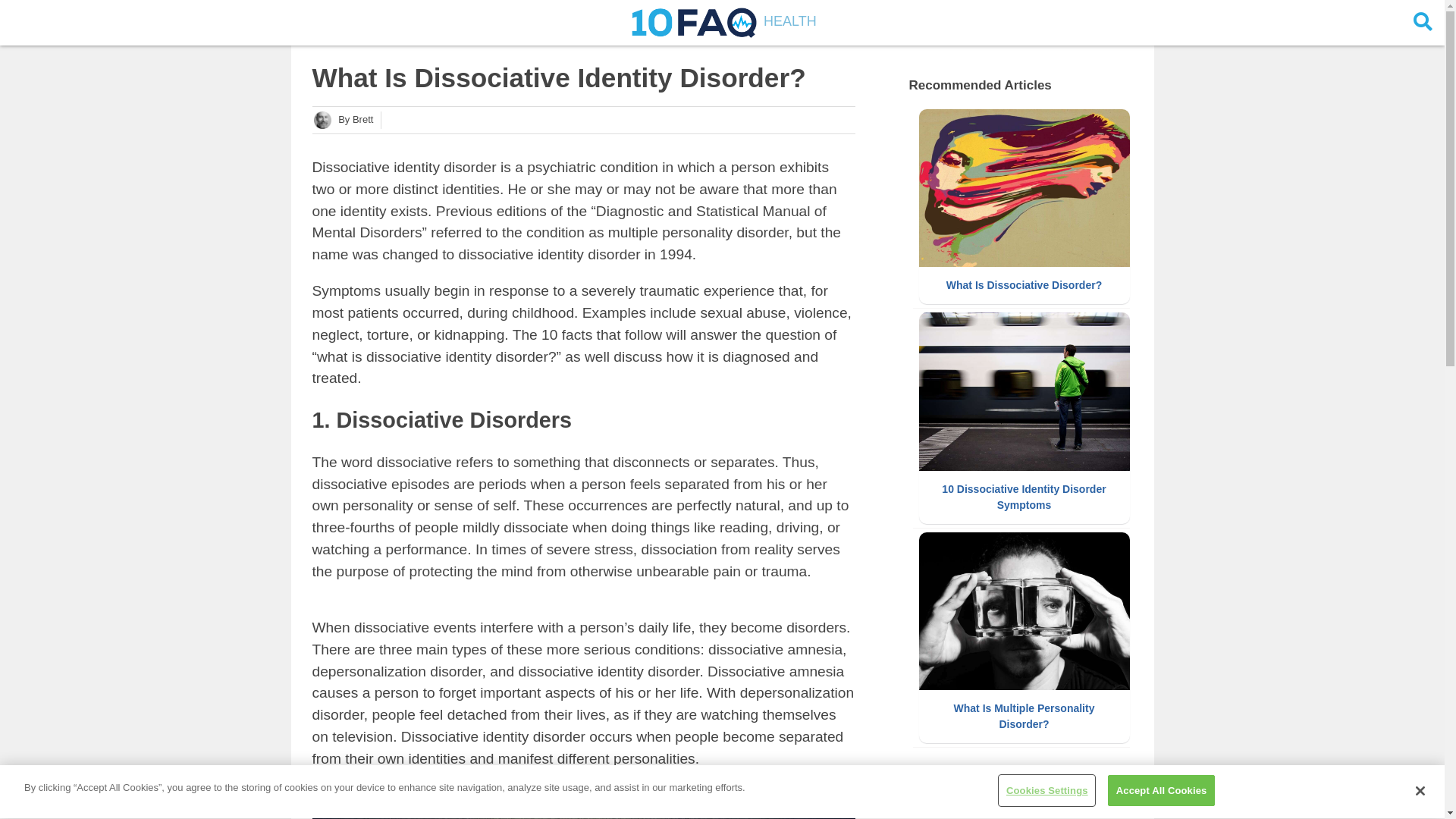 The image size is (1456, 819). Describe the element at coordinates (721, 21) in the screenshot. I see `'HEALTH'` at that location.